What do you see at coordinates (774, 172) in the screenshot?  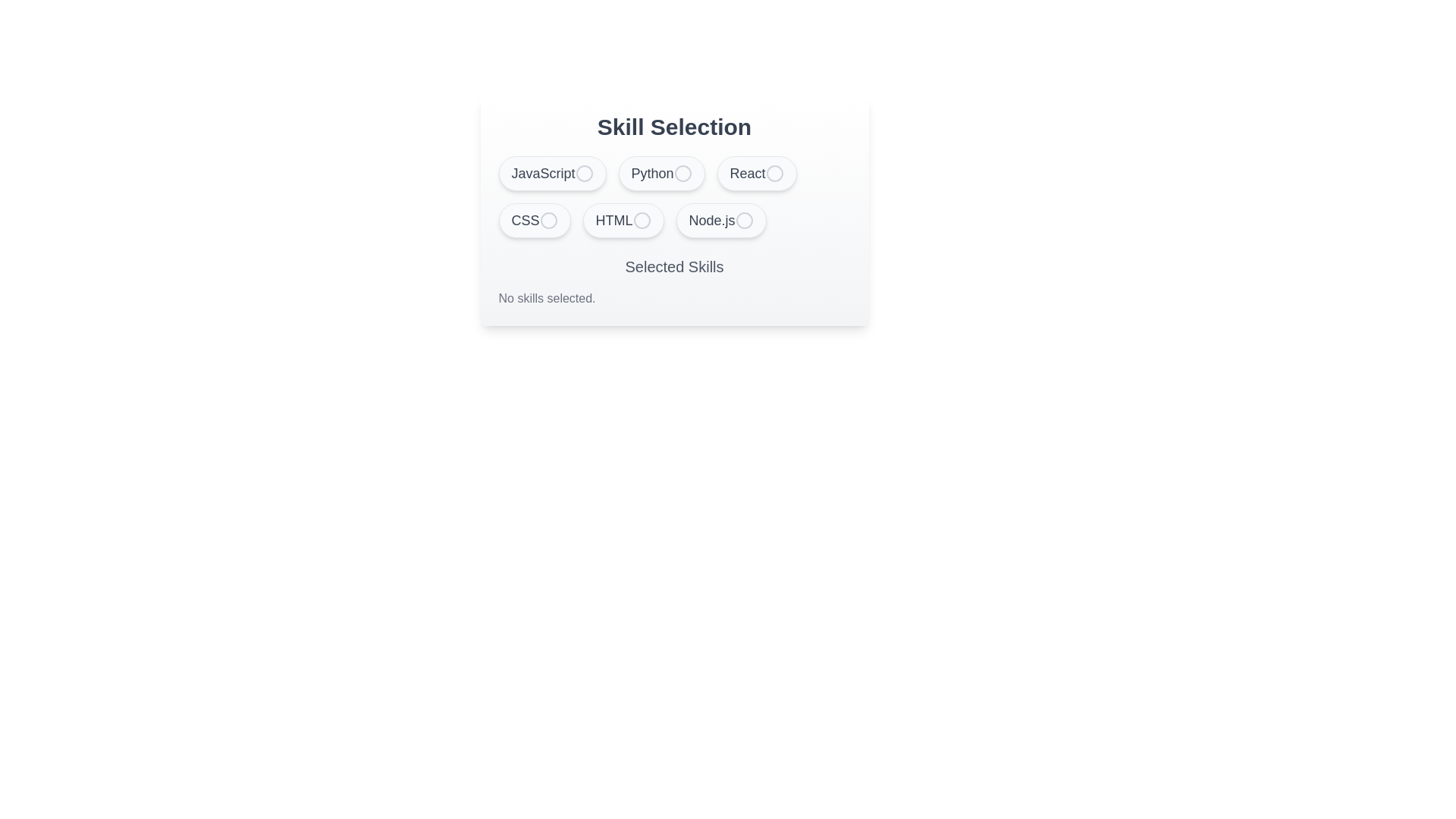 I see `the radio button indicating the 'React' skill, which is the third circular selection in the Skill Selection interface` at bounding box center [774, 172].